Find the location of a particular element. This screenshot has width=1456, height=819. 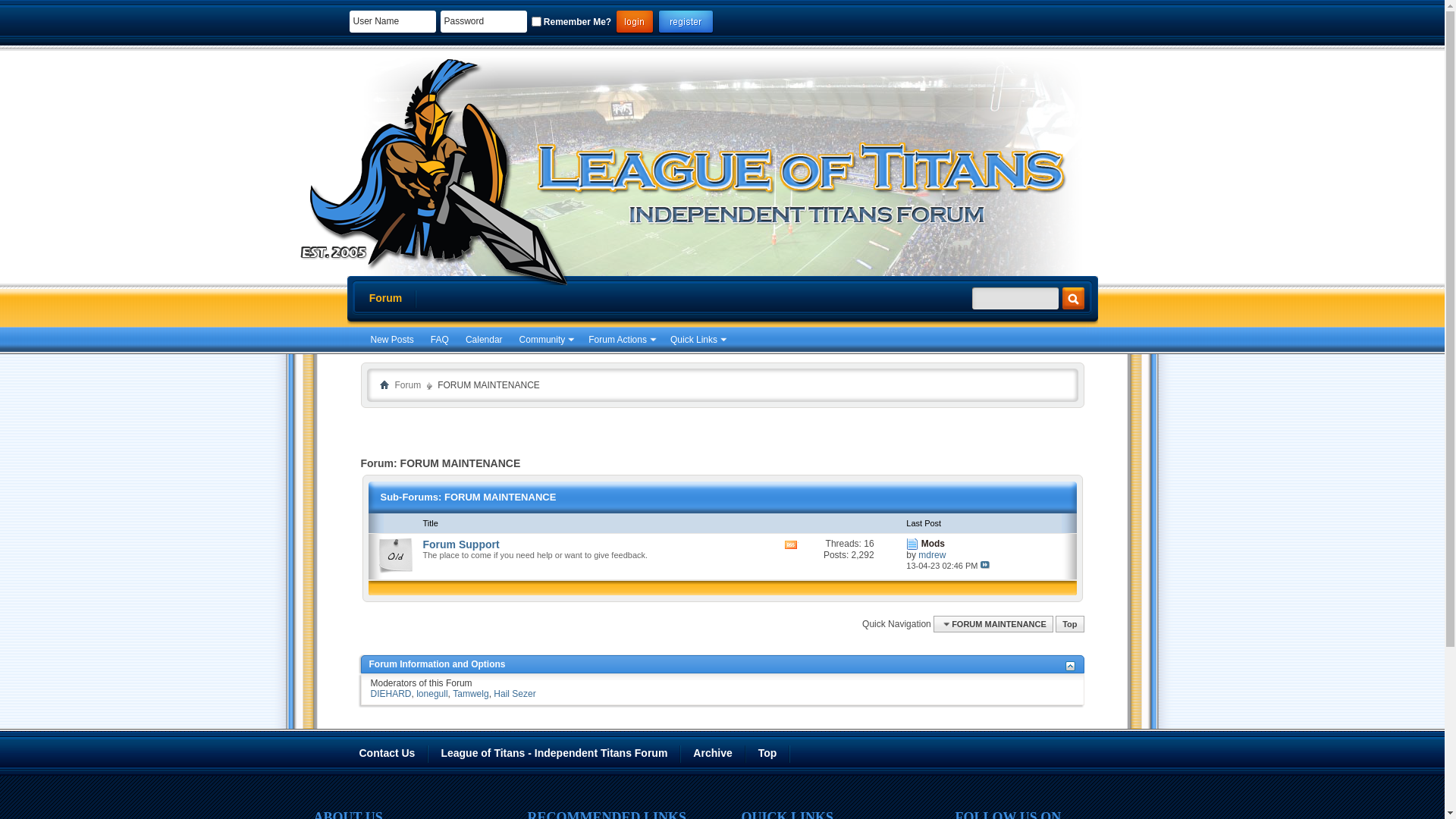

'DIEHARD' is located at coordinates (390, 693).